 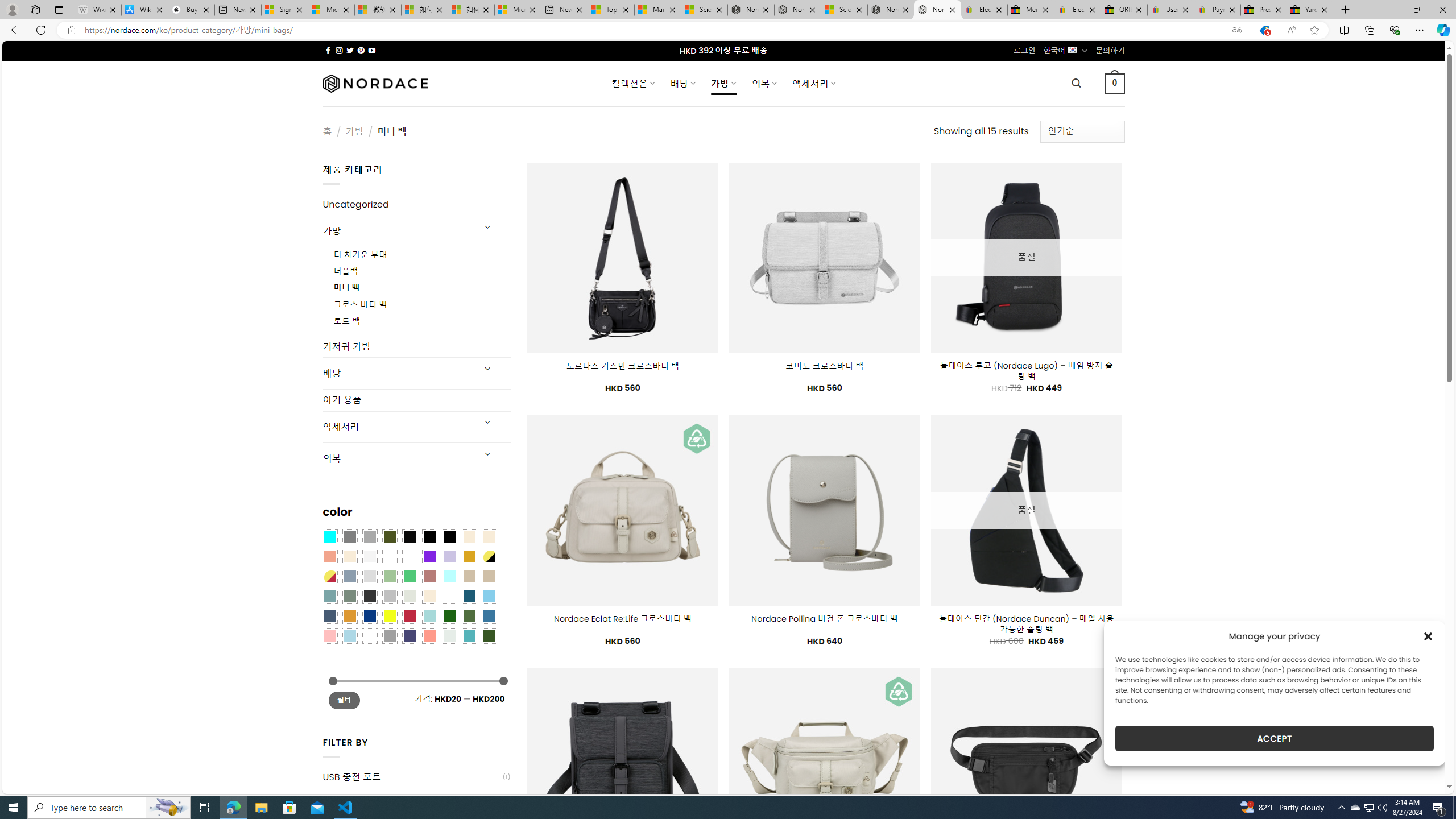 What do you see at coordinates (416, 205) in the screenshot?
I see `'Uncategorized'` at bounding box center [416, 205].